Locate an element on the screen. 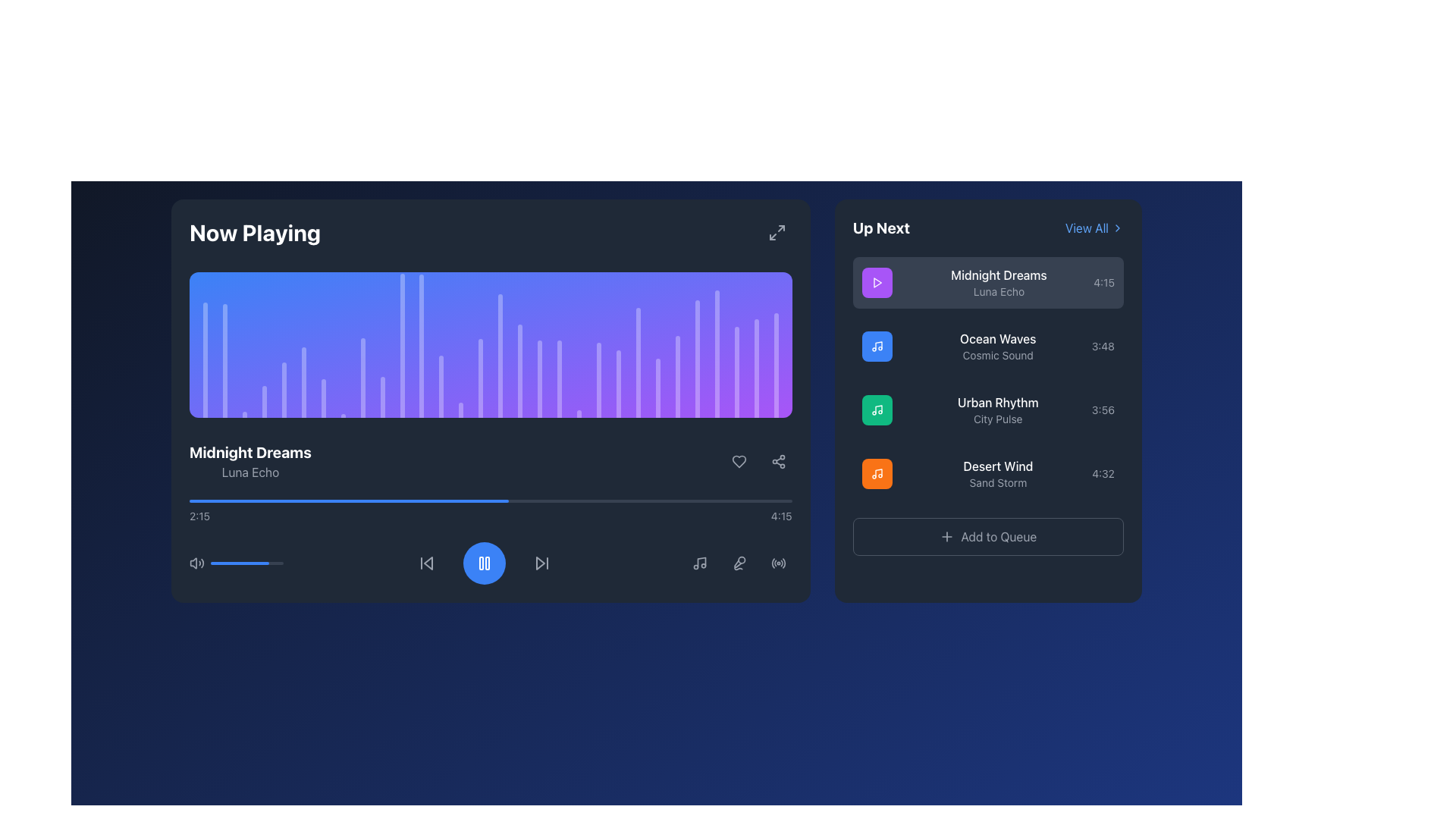 The image size is (1456, 819). the slider is located at coordinates (216, 563).